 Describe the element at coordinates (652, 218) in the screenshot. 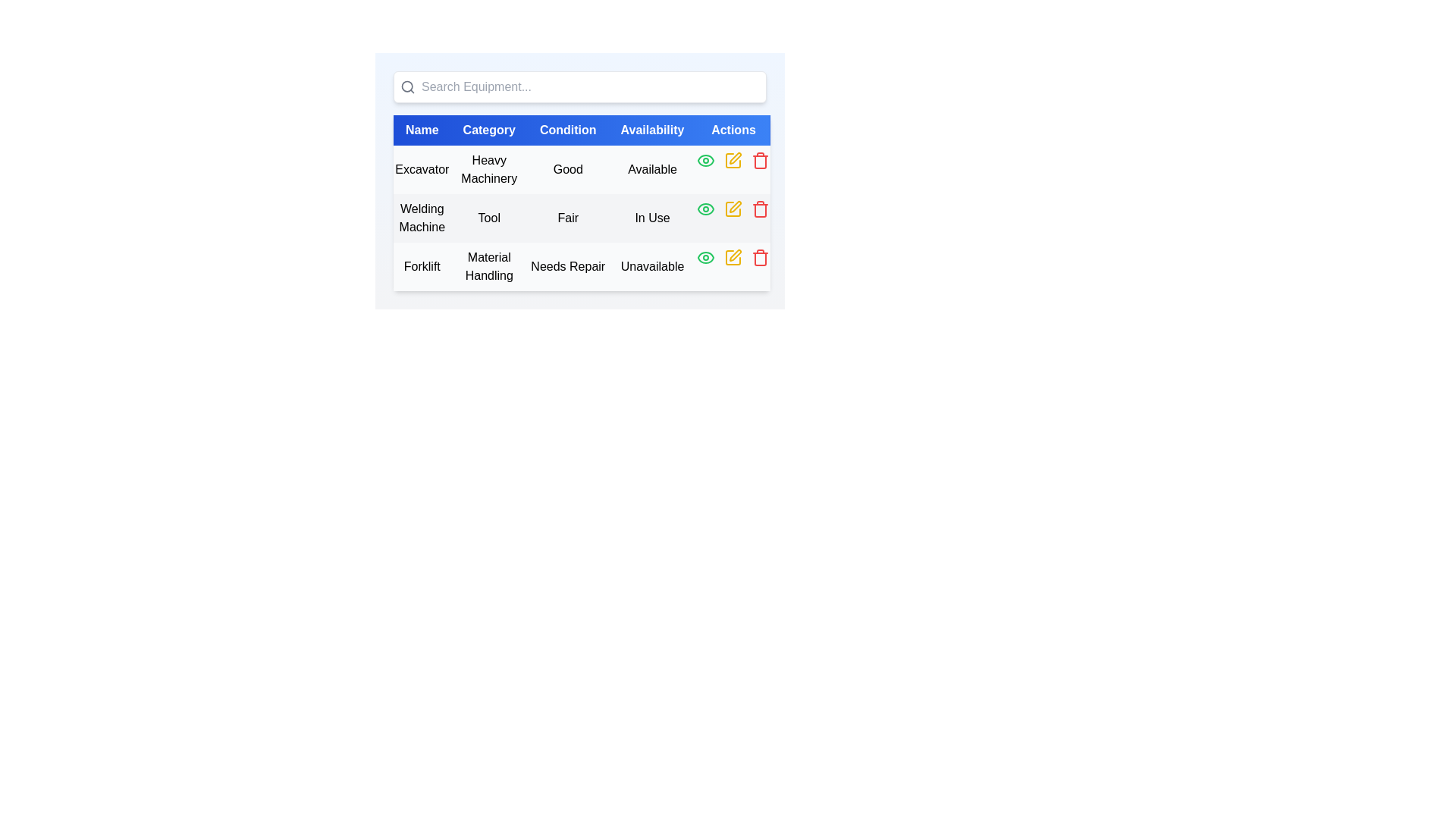

I see `the non-interactive text label displaying 'In Use', located in the second row under the 'Availability' column, between 'Fair' and action icons` at that location.